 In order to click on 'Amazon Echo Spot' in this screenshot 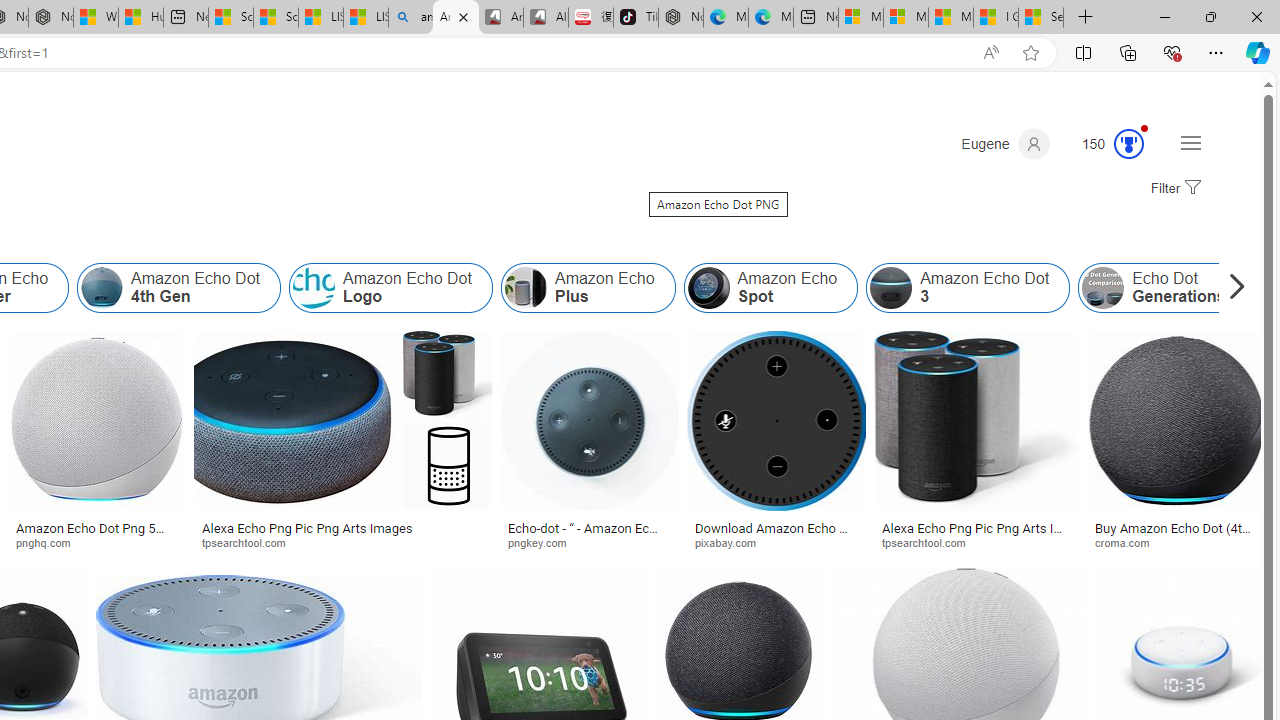, I will do `click(708, 288)`.